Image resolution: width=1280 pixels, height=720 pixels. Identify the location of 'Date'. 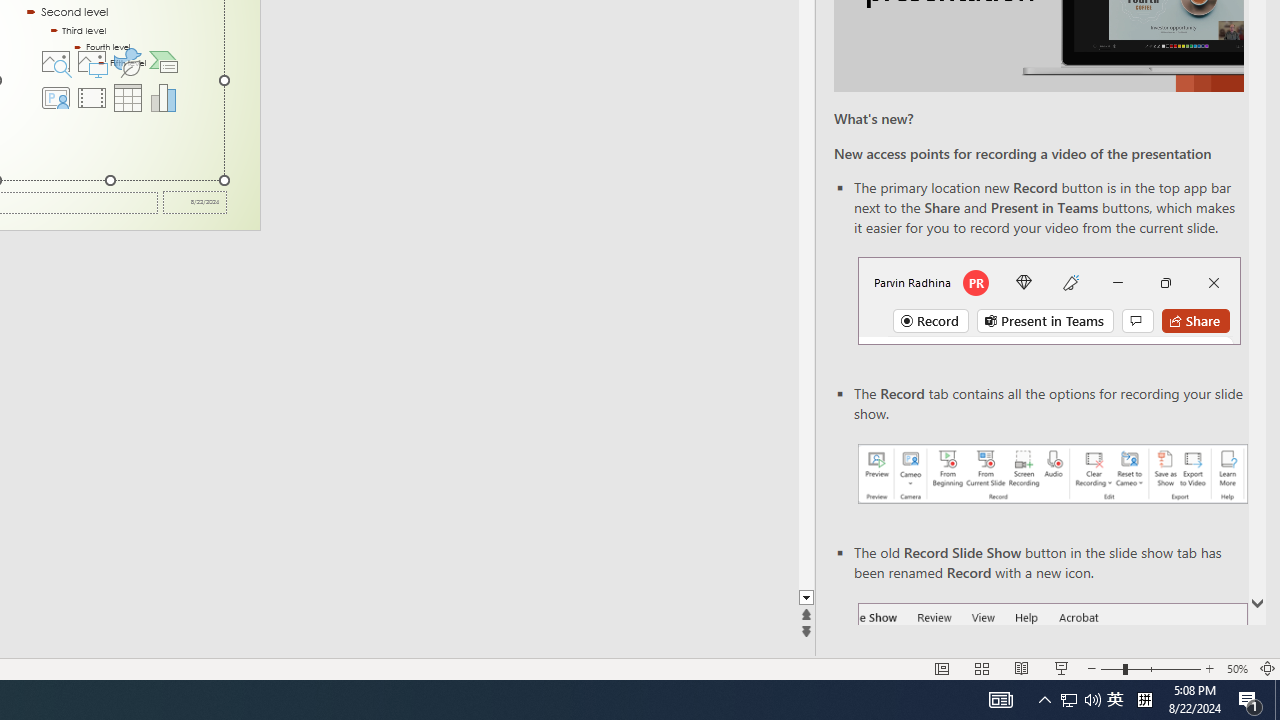
(194, 202).